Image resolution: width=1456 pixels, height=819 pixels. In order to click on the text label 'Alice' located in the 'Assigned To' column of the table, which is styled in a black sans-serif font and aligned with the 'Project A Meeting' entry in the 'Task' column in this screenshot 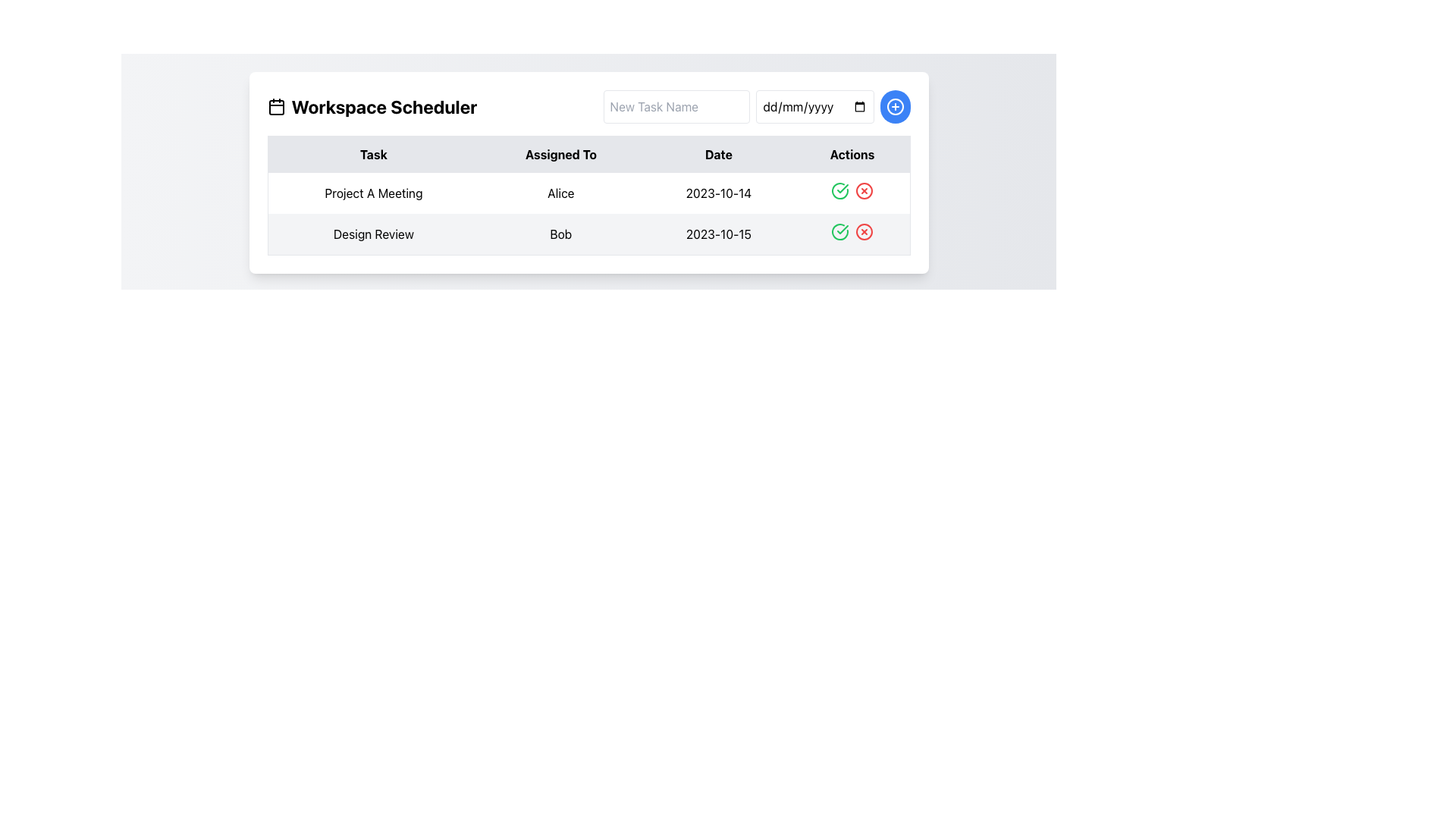, I will do `click(560, 192)`.